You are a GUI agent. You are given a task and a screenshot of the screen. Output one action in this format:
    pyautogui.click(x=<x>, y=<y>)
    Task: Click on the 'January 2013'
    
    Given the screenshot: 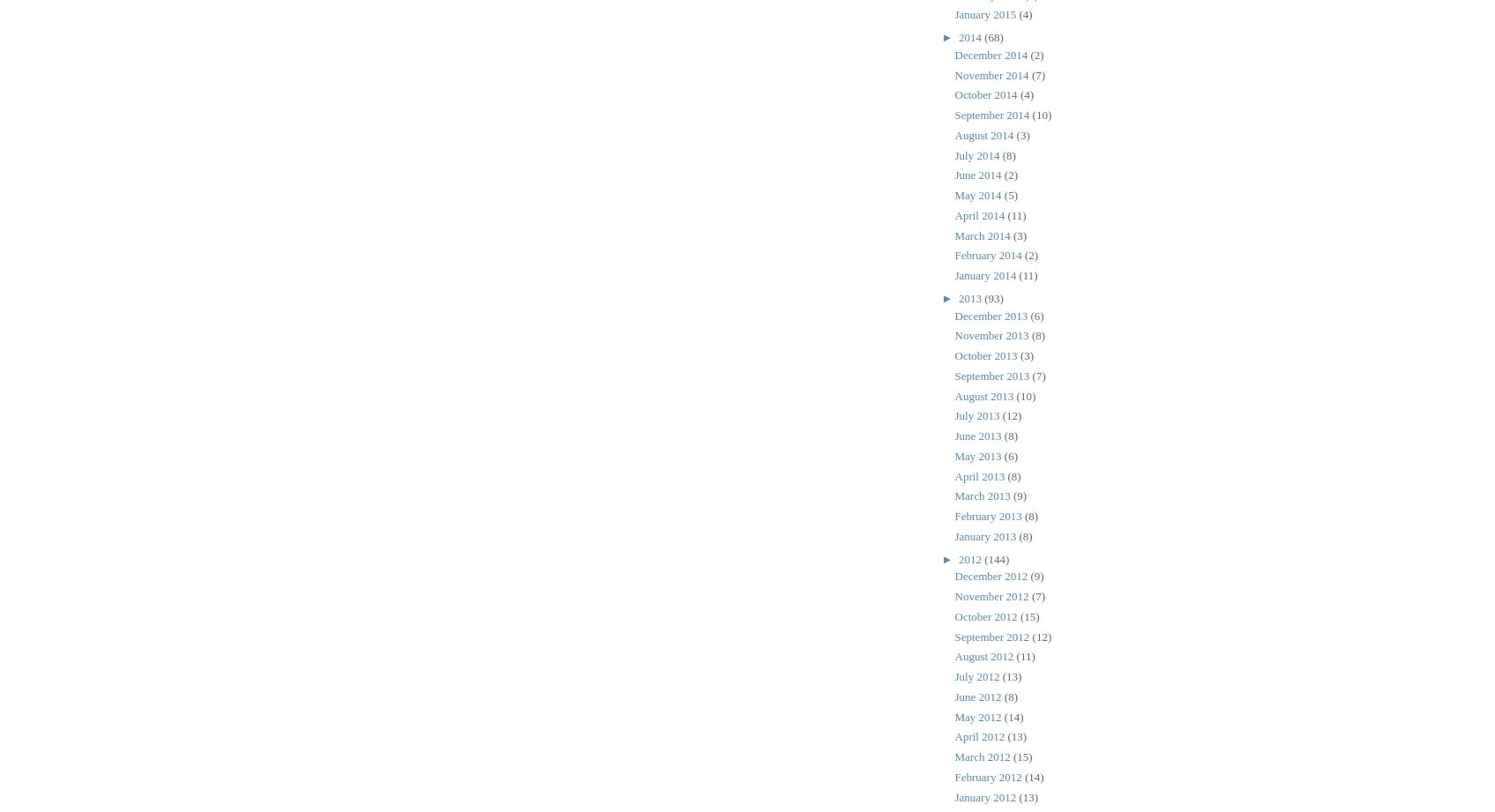 What is the action you would take?
    pyautogui.click(x=953, y=534)
    